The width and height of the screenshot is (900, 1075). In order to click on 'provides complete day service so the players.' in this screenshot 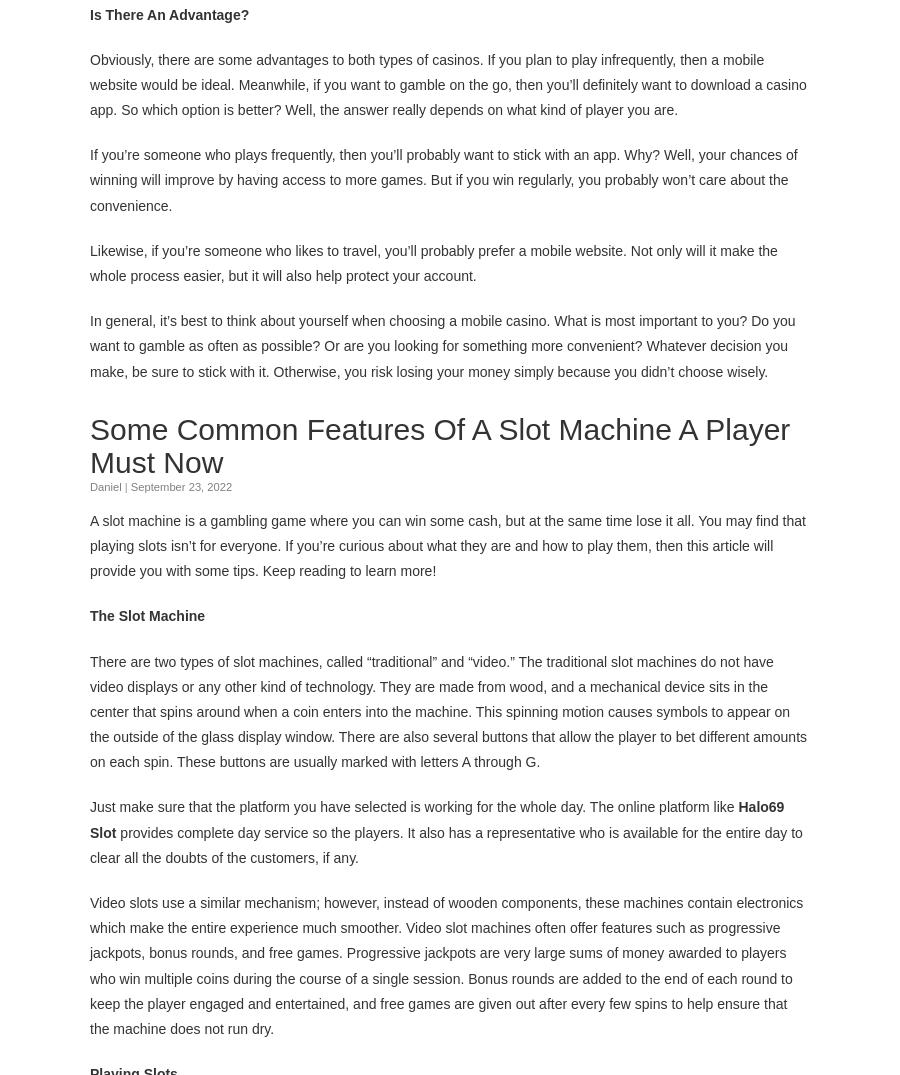, I will do `click(258, 832)`.